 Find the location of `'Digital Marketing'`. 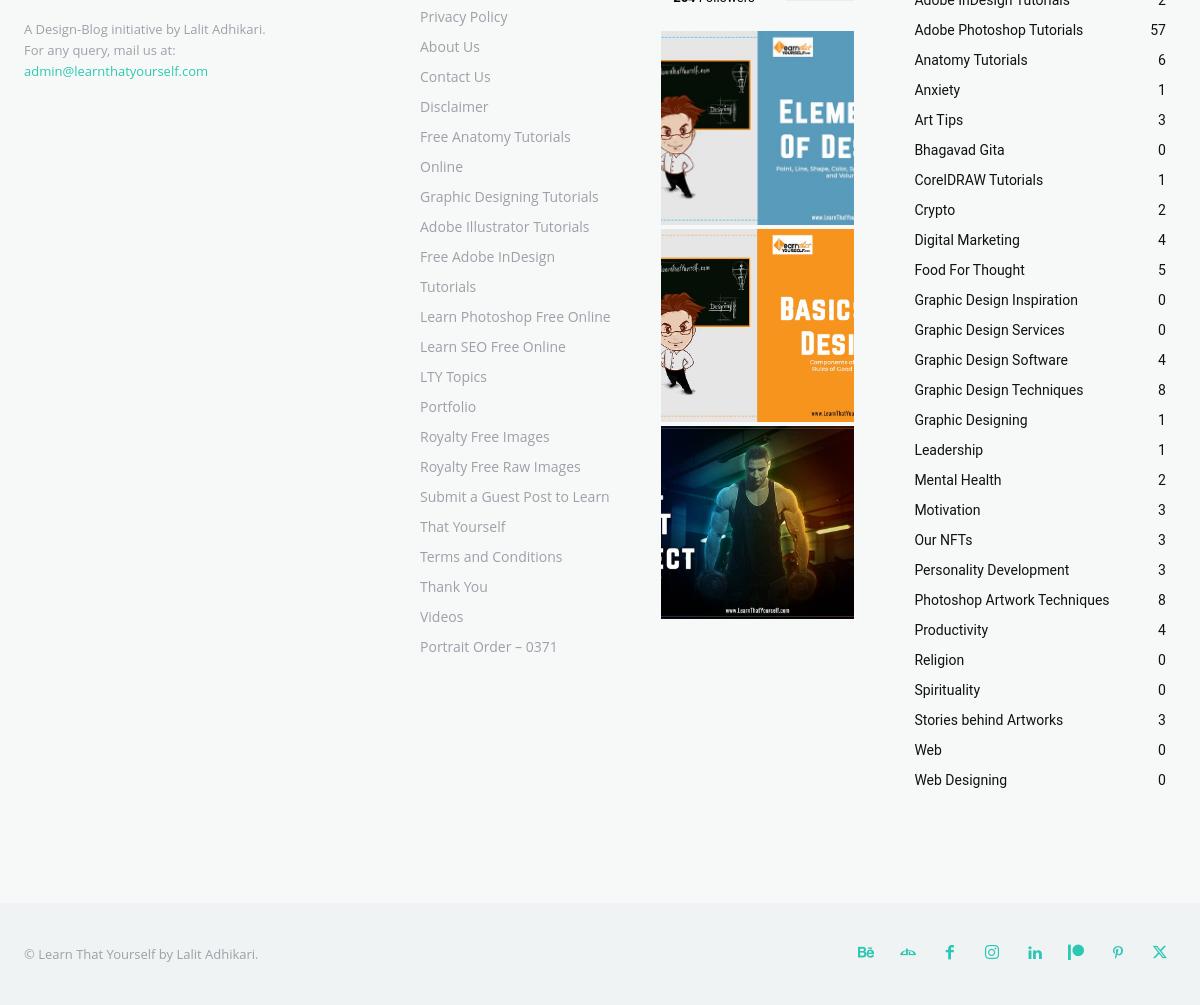

'Digital Marketing' is located at coordinates (966, 238).